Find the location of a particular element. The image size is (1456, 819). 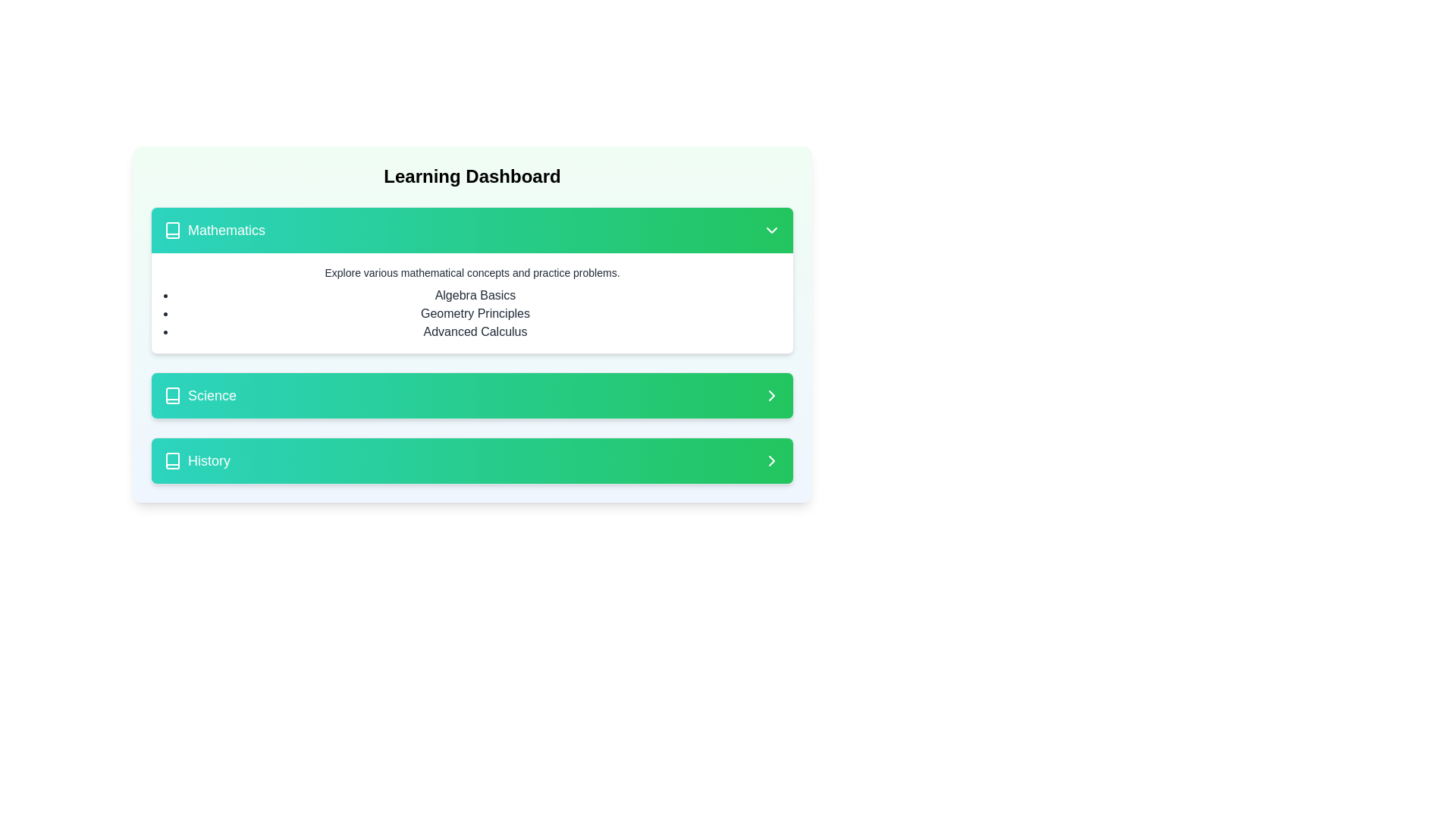

the 'History' button, which is the third item in a vertical list within the learning dashboard interface is located at coordinates (472, 460).